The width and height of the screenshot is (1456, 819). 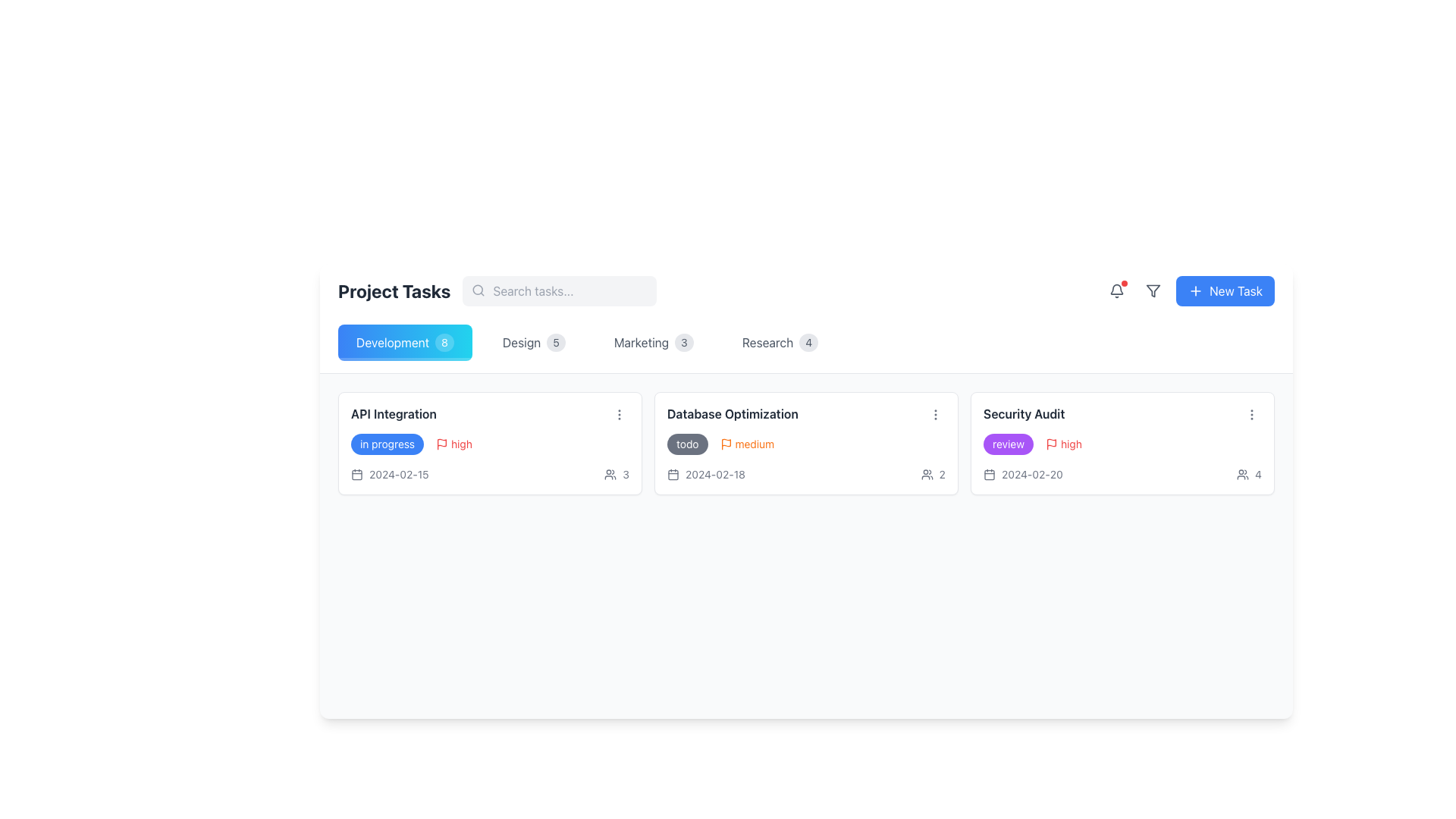 I want to click on the Icon and Text Pair indicating the participant or user count in the bottom-right corner of the 'Database Optimization' card, so click(x=932, y=473).